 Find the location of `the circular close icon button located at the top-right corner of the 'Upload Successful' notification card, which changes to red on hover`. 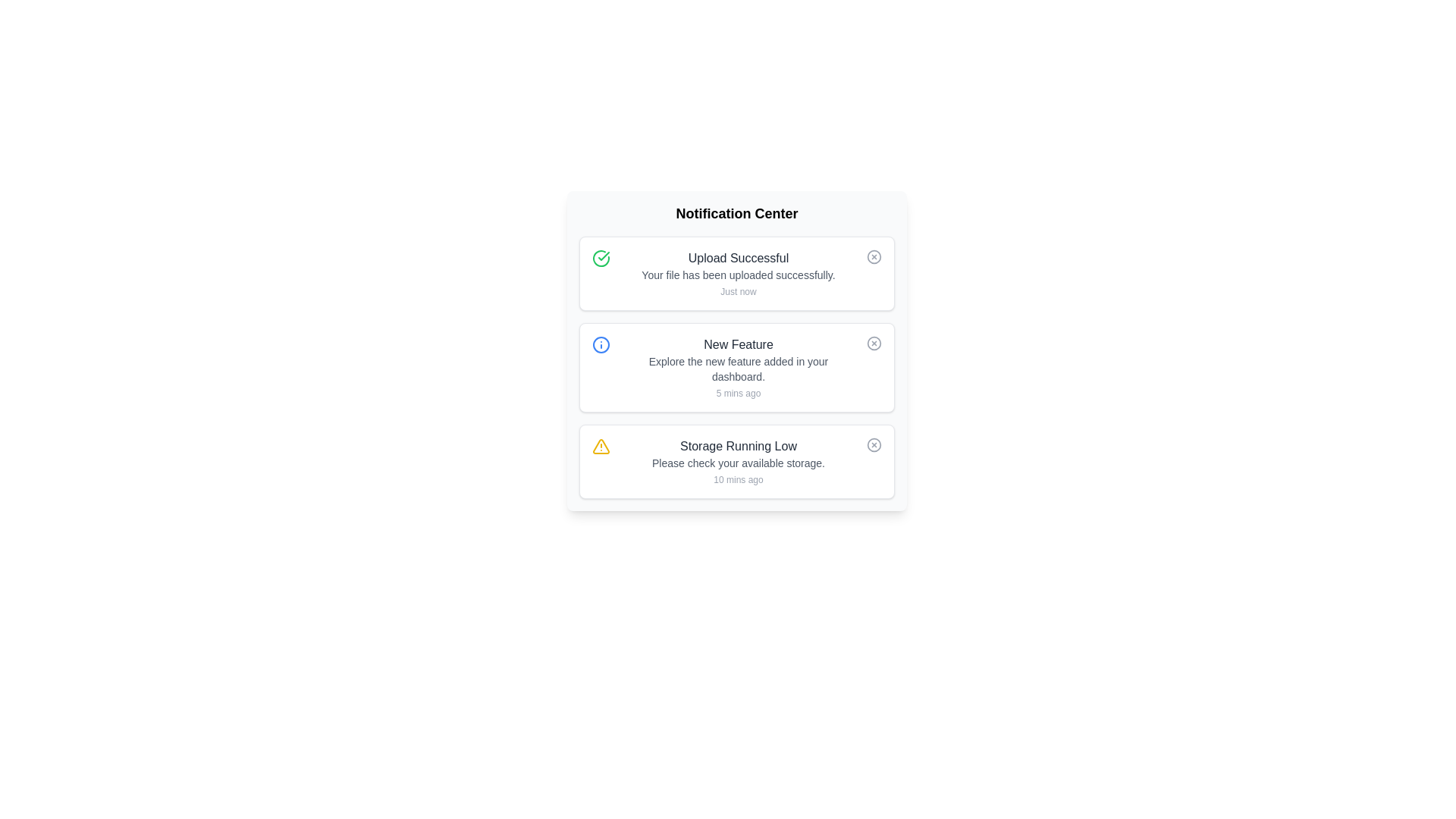

the circular close icon button located at the top-right corner of the 'Upload Successful' notification card, which changes to red on hover is located at coordinates (874, 256).